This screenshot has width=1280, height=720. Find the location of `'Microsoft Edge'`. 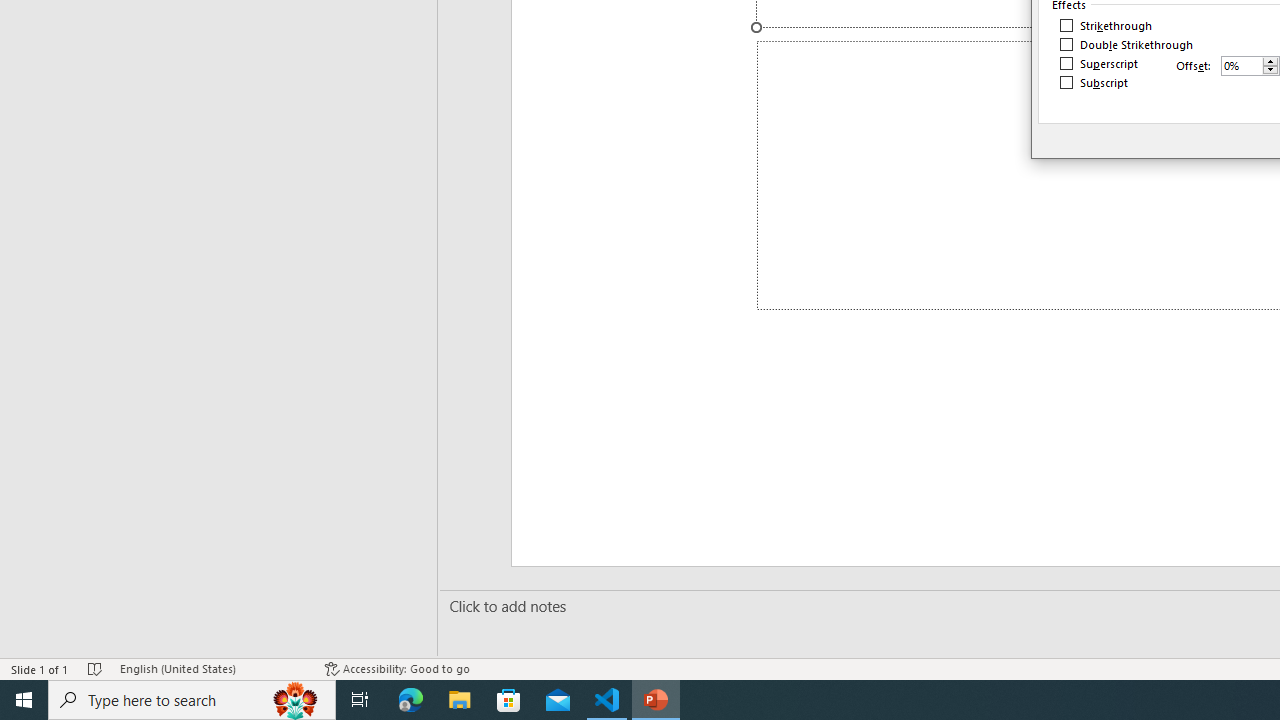

'Microsoft Edge' is located at coordinates (410, 698).